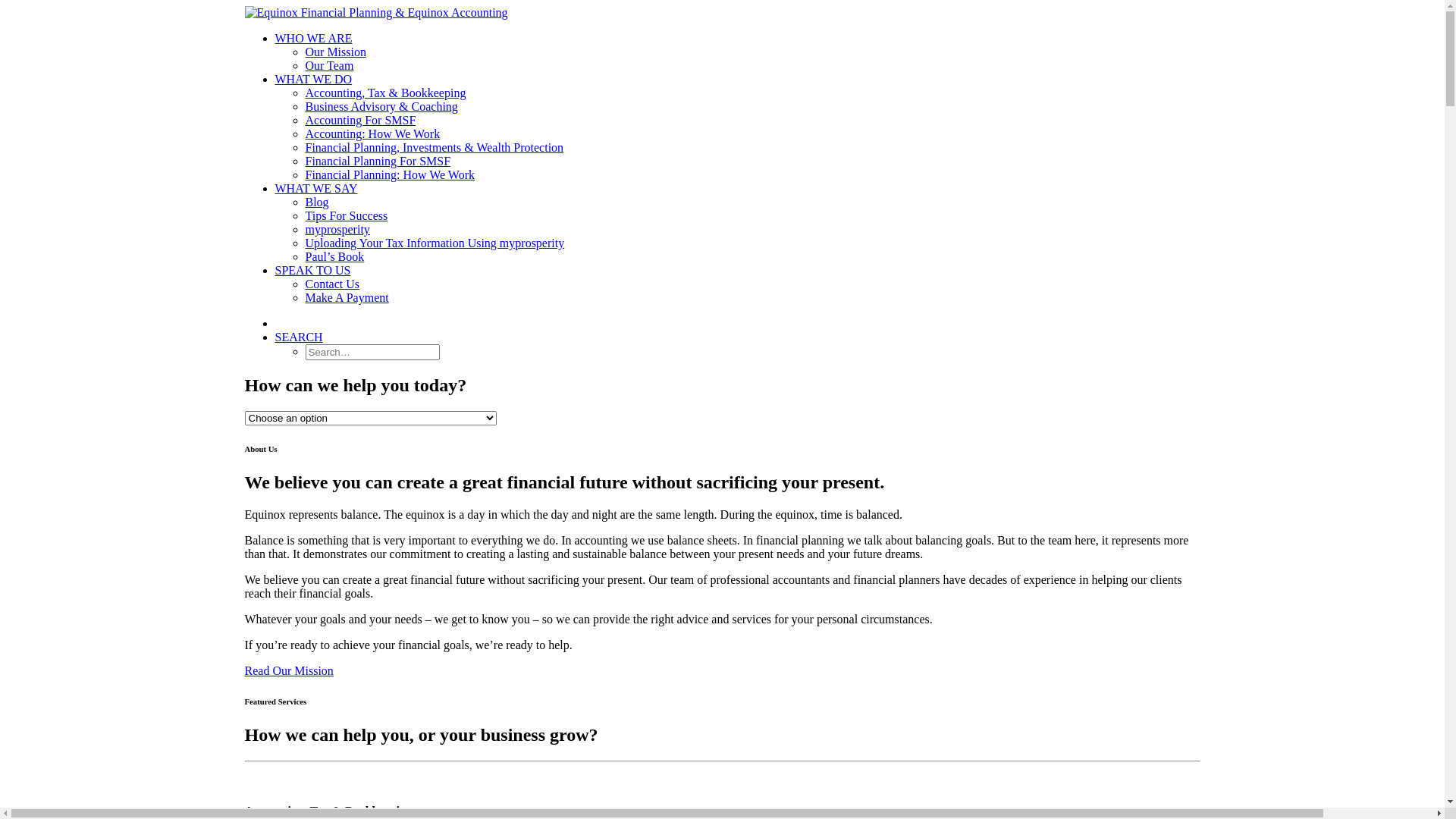  I want to click on 'Search for:', so click(372, 352).